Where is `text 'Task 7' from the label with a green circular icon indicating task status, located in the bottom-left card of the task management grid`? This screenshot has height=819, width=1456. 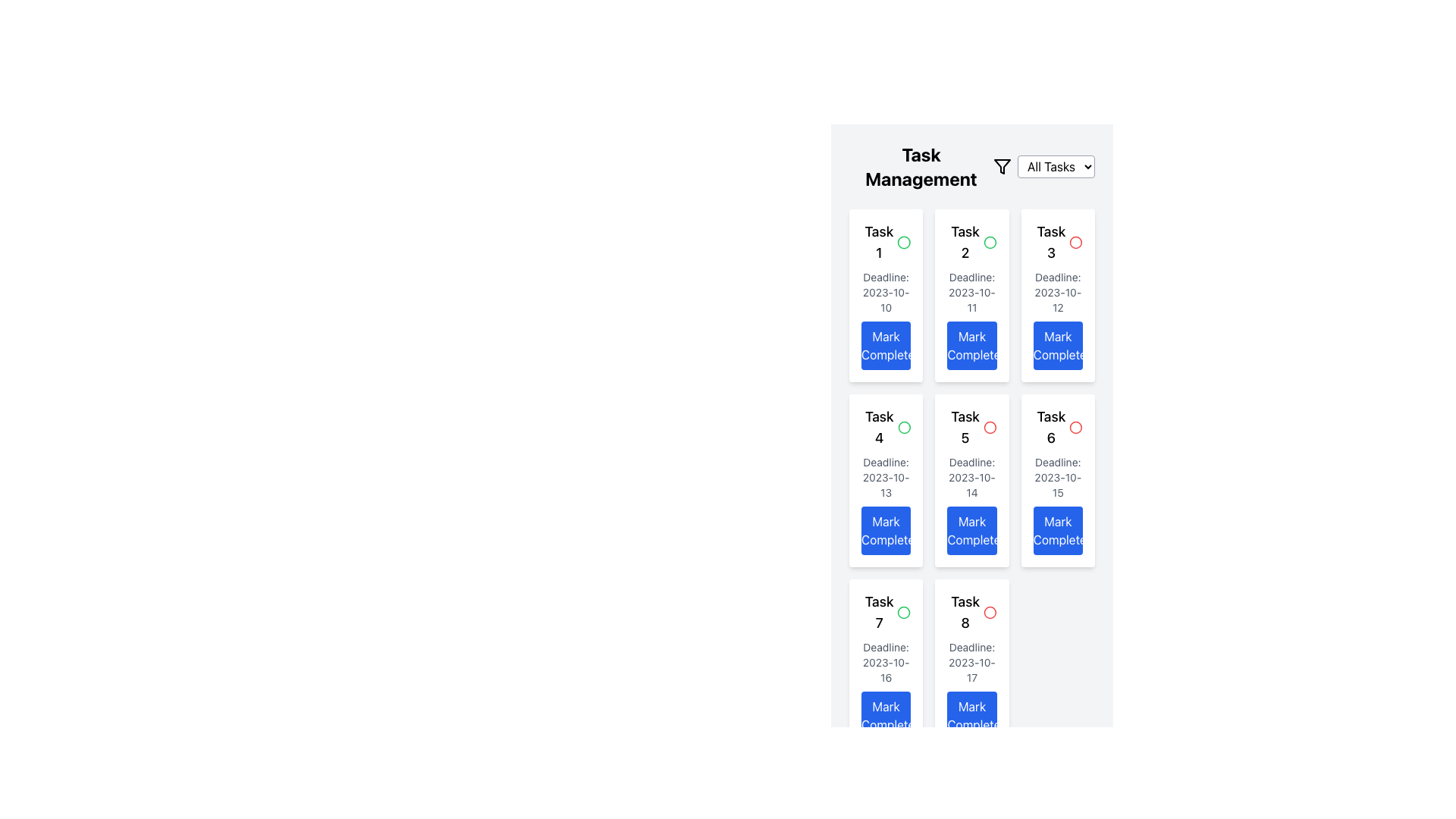 text 'Task 7' from the label with a green circular icon indicating task status, located in the bottom-left card of the task management grid is located at coordinates (886, 611).